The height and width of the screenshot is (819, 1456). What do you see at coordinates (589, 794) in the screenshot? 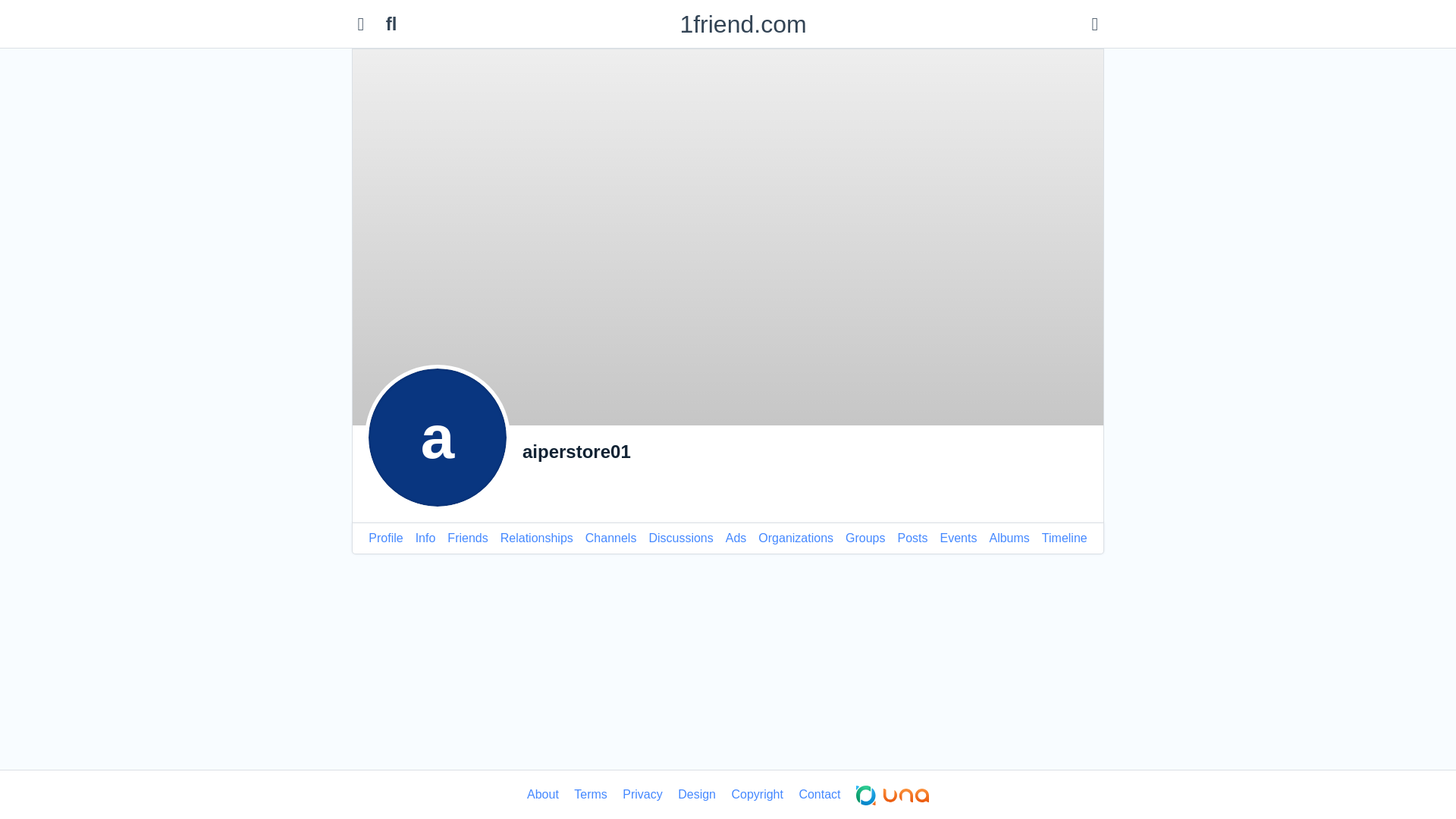
I see `'Terms'` at bounding box center [589, 794].